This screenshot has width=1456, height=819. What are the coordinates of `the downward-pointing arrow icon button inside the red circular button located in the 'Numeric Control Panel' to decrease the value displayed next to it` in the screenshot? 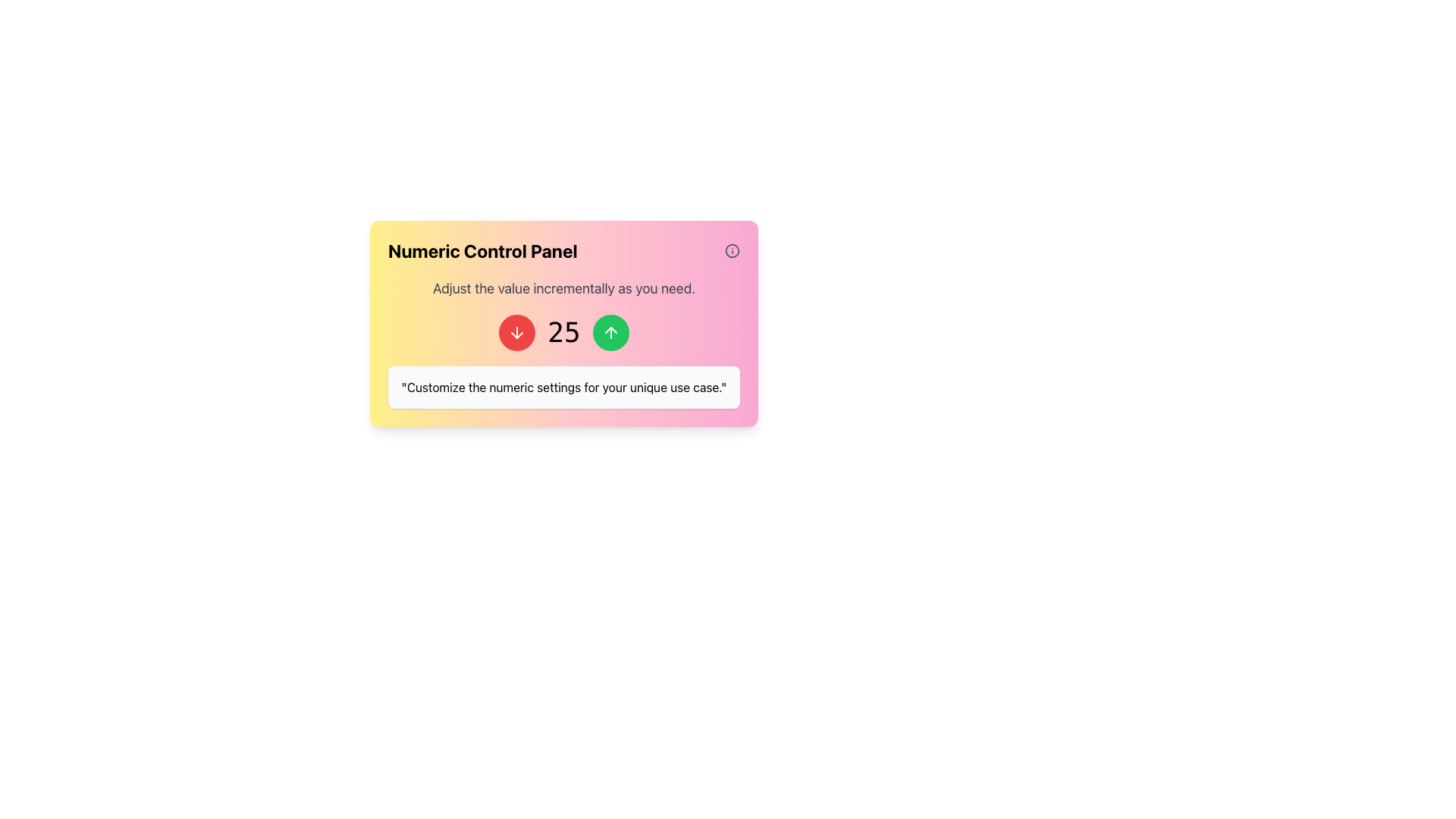 It's located at (517, 332).